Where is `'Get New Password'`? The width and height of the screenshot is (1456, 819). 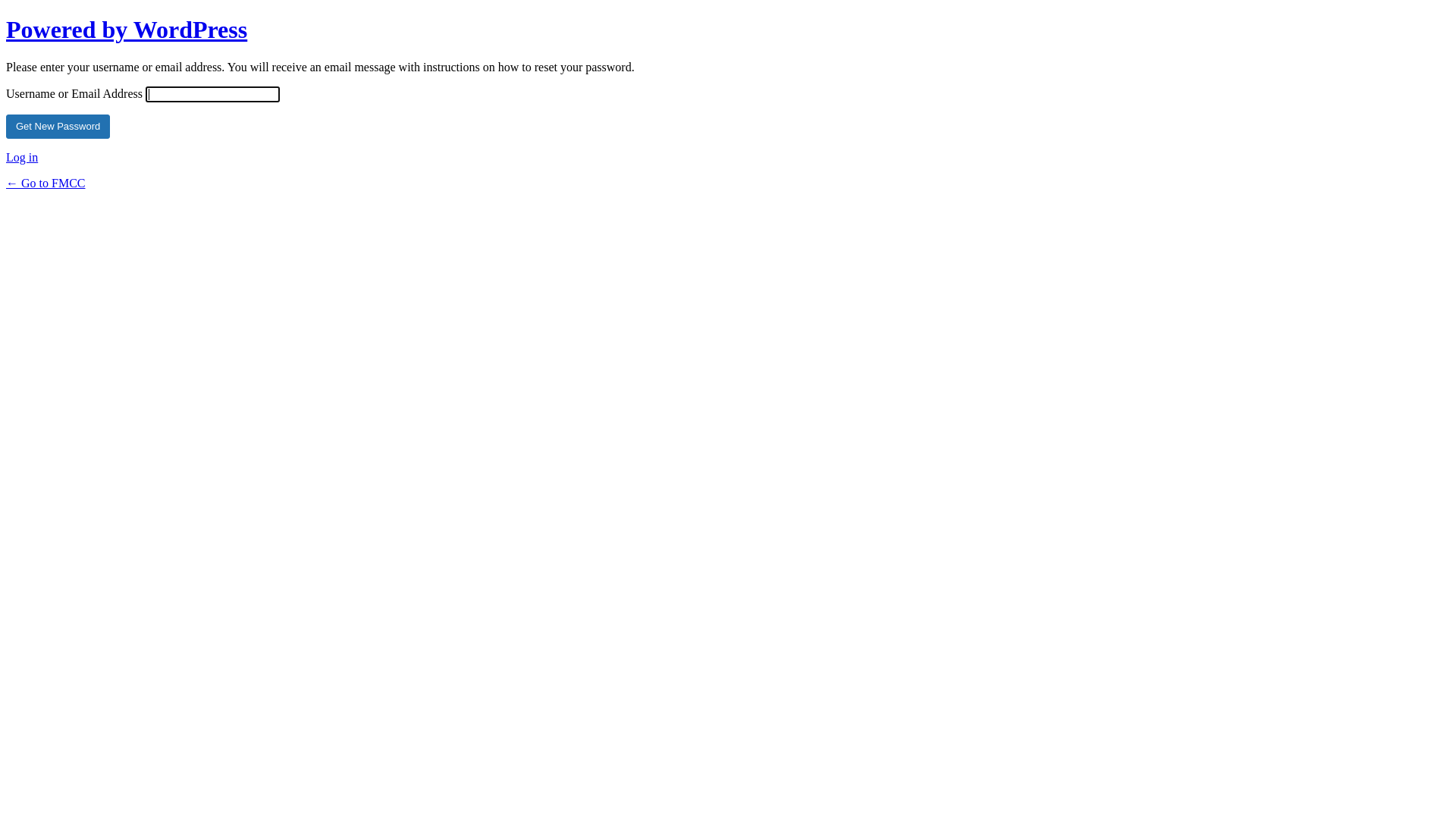 'Get New Password' is located at coordinates (58, 125).